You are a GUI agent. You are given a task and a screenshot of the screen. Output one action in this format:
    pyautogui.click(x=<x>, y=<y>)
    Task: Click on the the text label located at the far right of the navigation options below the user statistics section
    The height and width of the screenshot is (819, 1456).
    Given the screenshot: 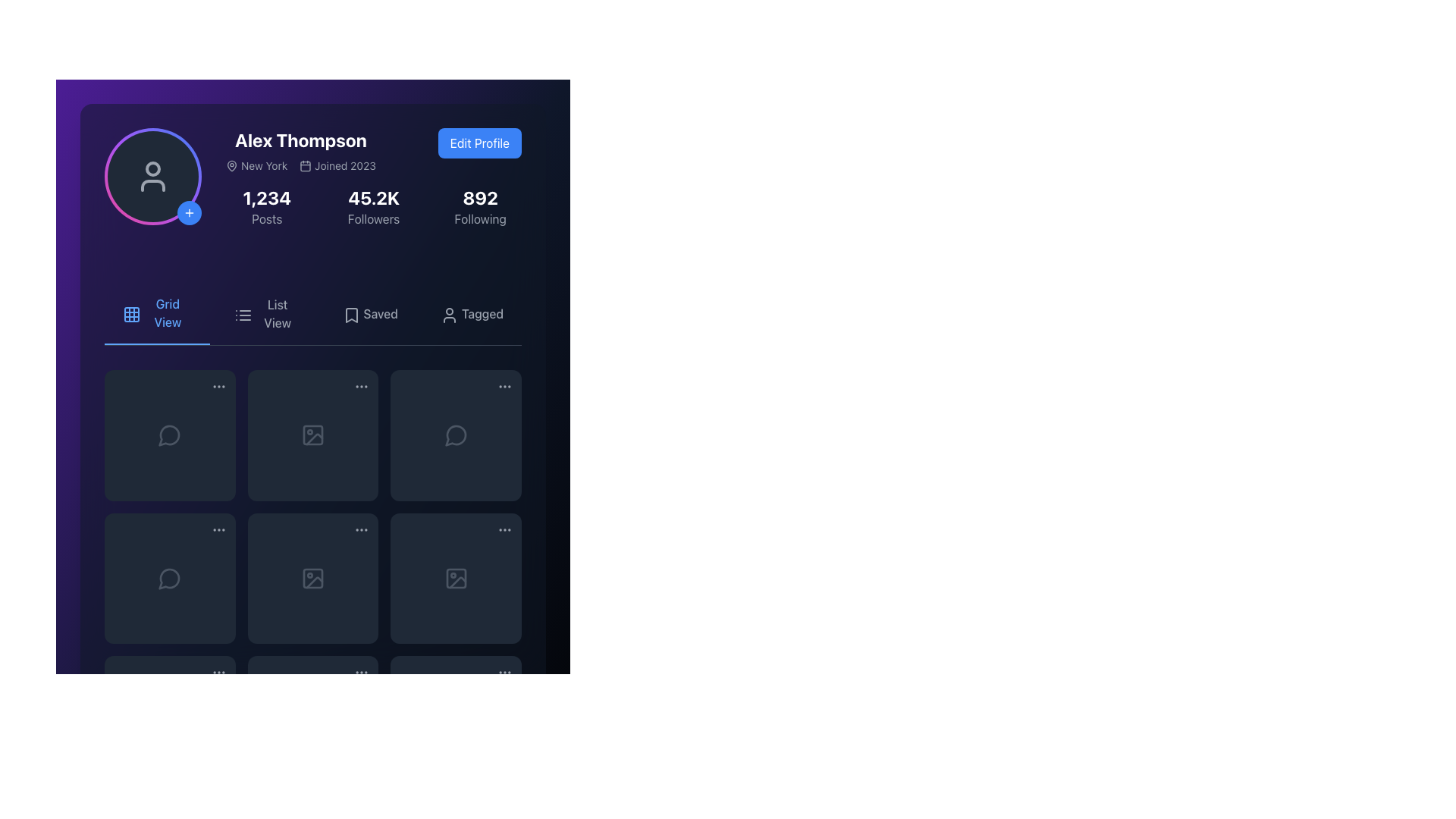 What is the action you would take?
    pyautogui.click(x=482, y=312)
    